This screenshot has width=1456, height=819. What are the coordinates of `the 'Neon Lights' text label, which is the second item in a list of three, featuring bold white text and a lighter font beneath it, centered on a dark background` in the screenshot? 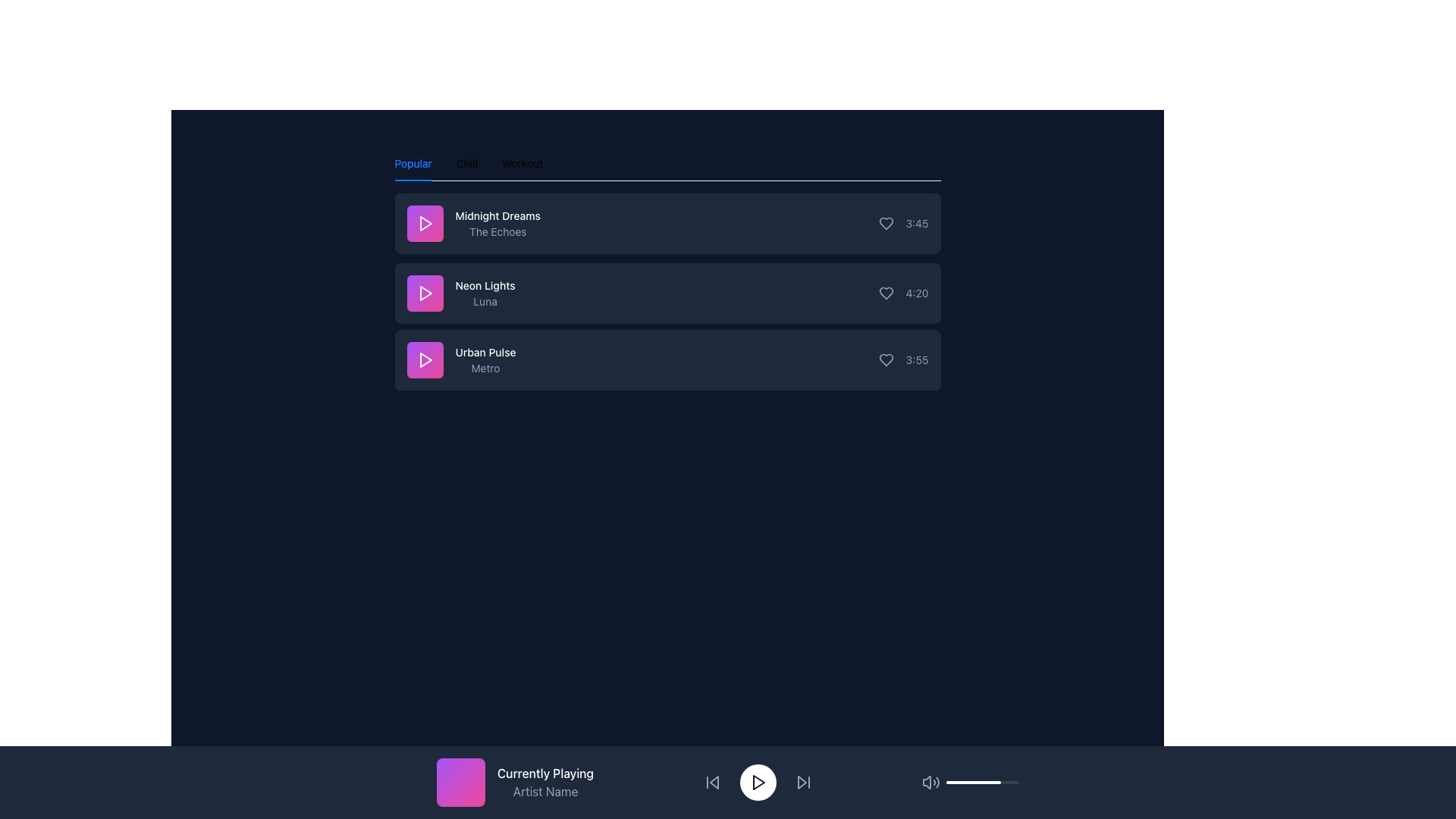 It's located at (485, 293).